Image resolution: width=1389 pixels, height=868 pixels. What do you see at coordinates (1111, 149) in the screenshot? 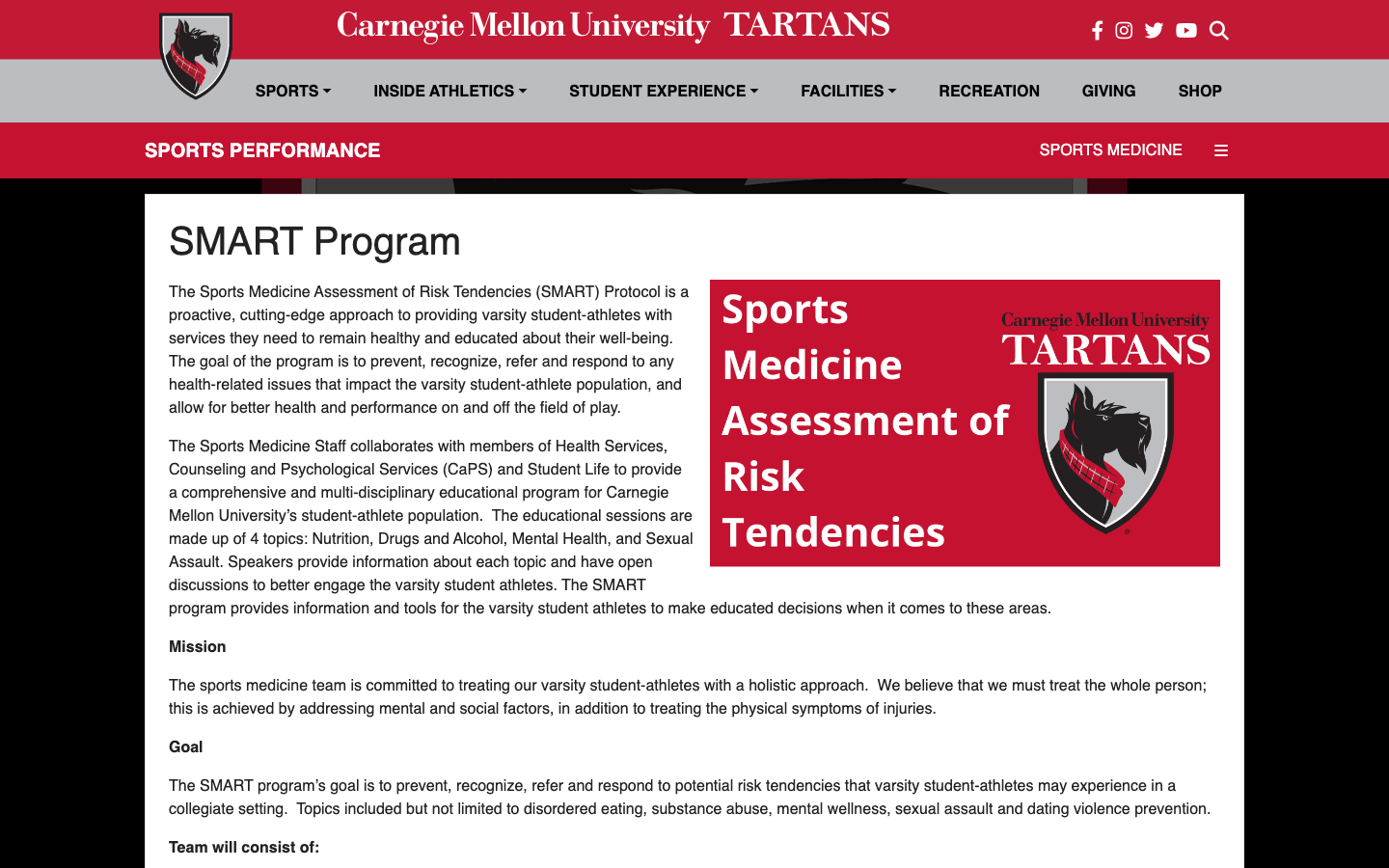
I see `"Sports Medicine" category` at bounding box center [1111, 149].